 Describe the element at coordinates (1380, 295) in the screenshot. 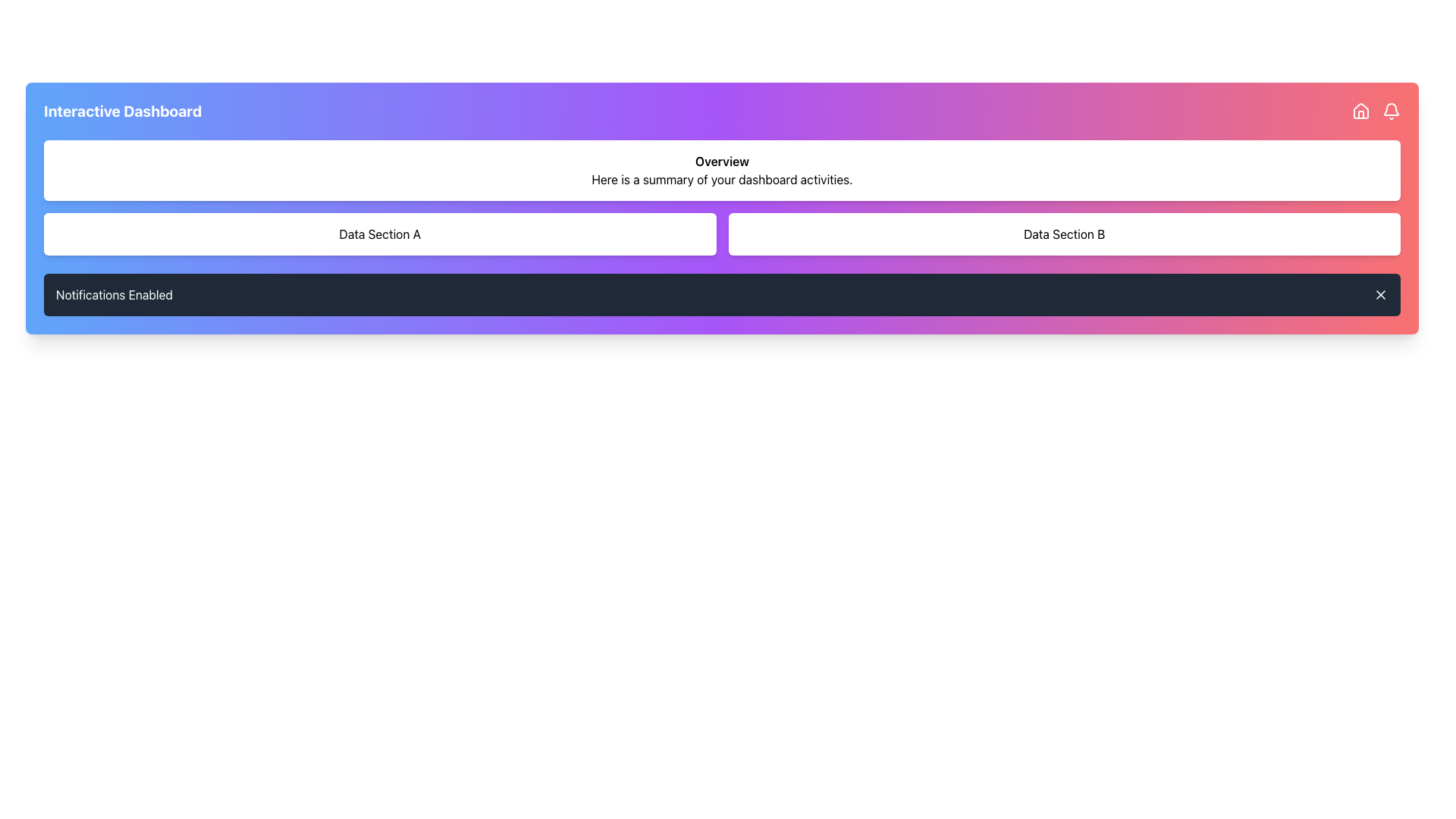

I see `the close ('X') button with a thin white outline on the dark bar indicating 'Notifications Enabled.'` at that location.